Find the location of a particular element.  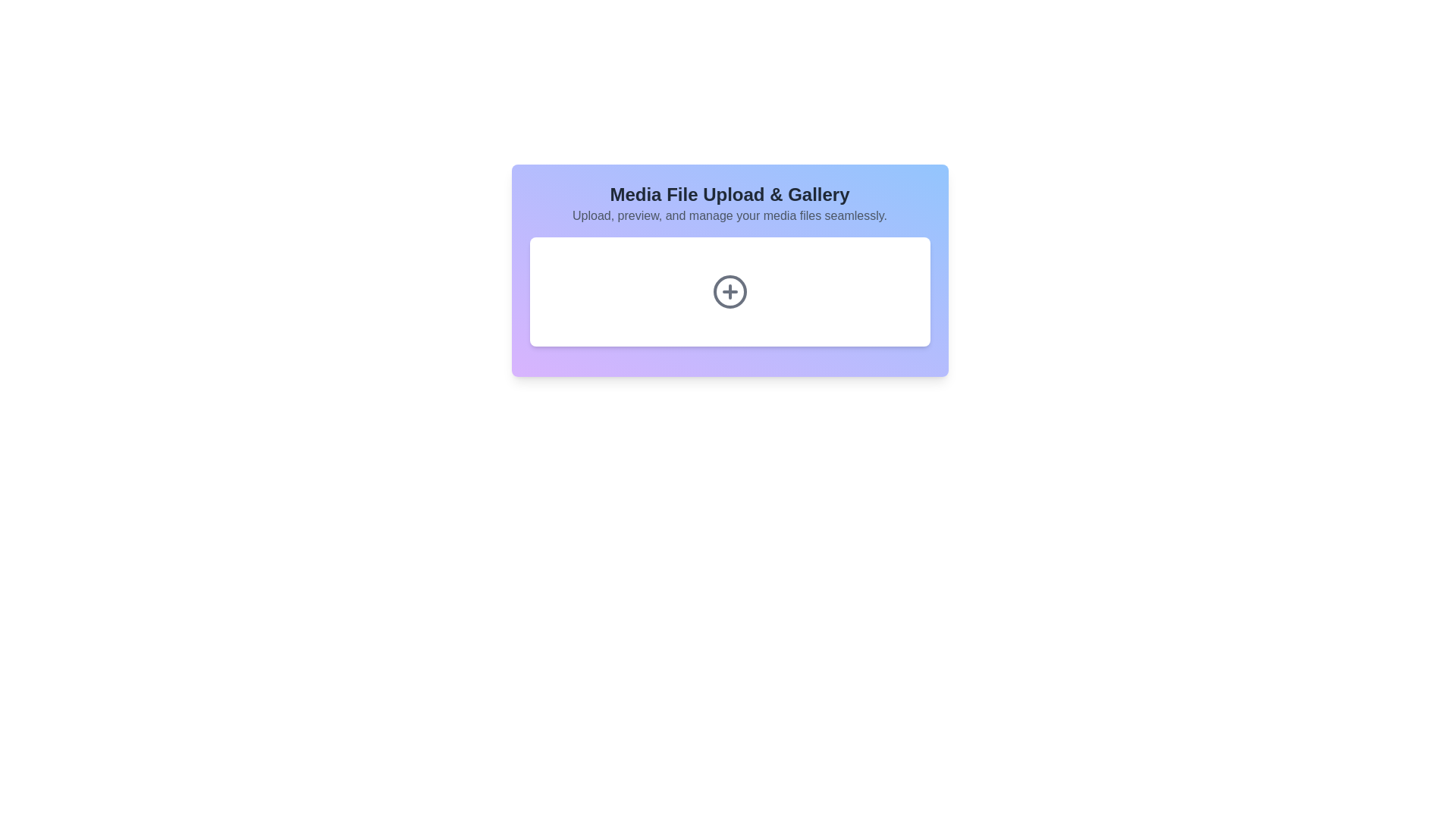

the outer circular component of the plus icon associated with the 'Media File Upload & Gallery' section is located at coordinates (730, 292).